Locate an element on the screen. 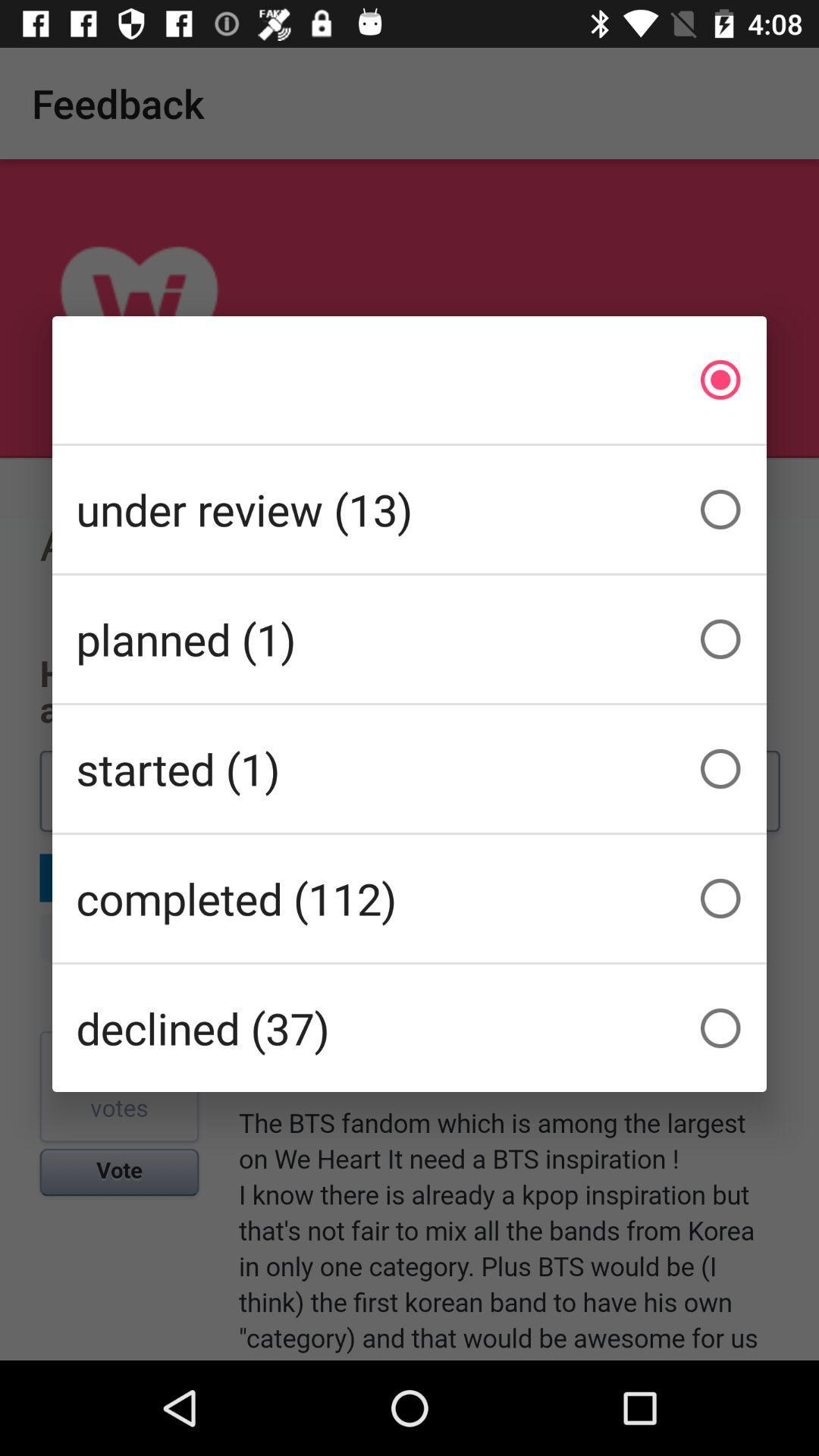 Image resolution: width=819 pixels, height=1456 pixels. the icon above declined (37) is located at coordinates (409, 899).